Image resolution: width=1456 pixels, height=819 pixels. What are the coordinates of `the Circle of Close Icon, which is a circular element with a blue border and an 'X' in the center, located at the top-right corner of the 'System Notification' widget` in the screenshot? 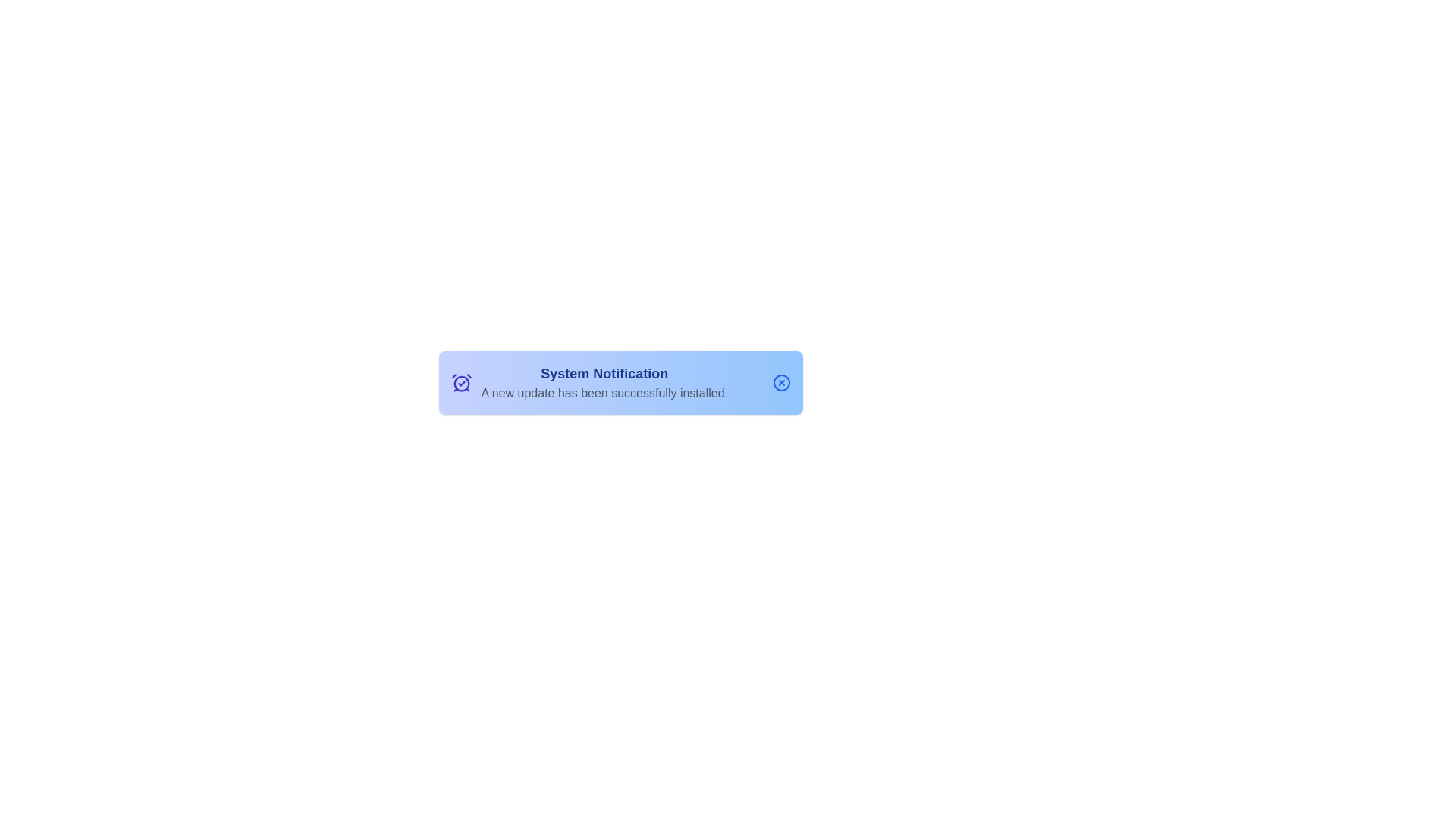 It's located at (781, 382).